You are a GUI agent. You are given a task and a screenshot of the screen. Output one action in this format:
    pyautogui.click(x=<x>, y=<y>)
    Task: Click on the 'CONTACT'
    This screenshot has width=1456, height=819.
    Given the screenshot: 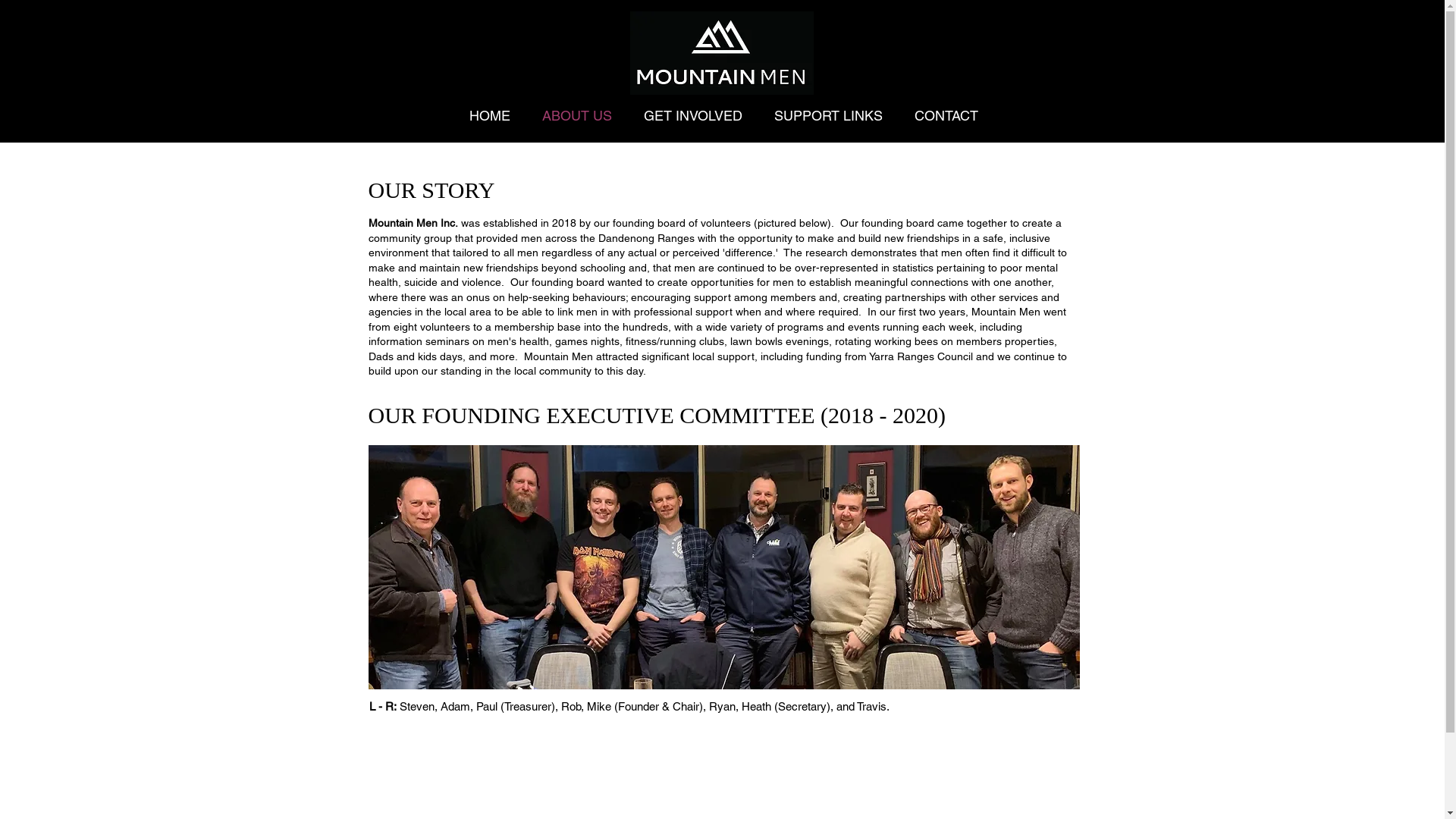 What is the action you would take?
    pyautogui.click(x=946, y=115)
    